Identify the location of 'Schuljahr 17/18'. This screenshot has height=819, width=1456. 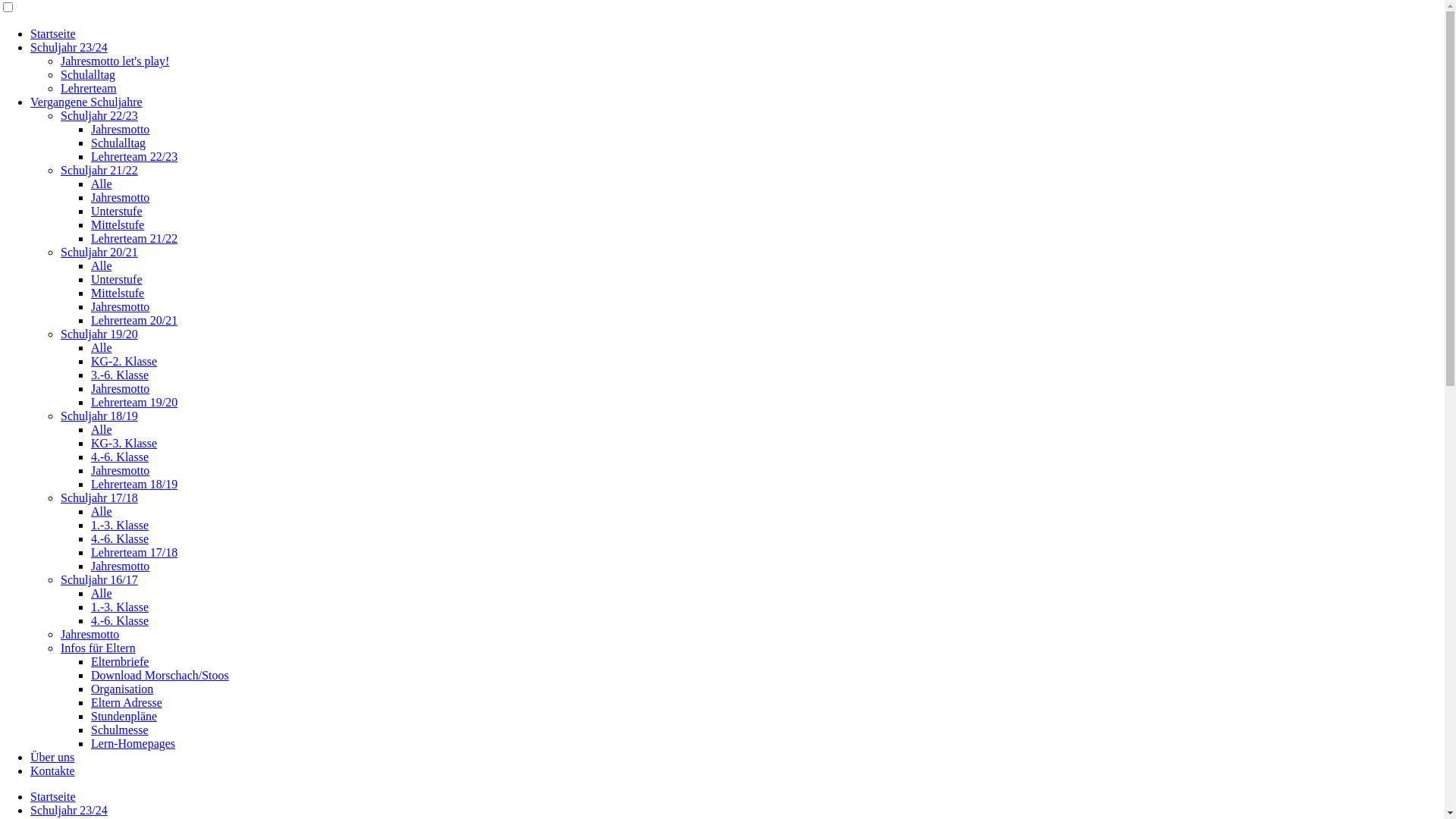
(98, 497).